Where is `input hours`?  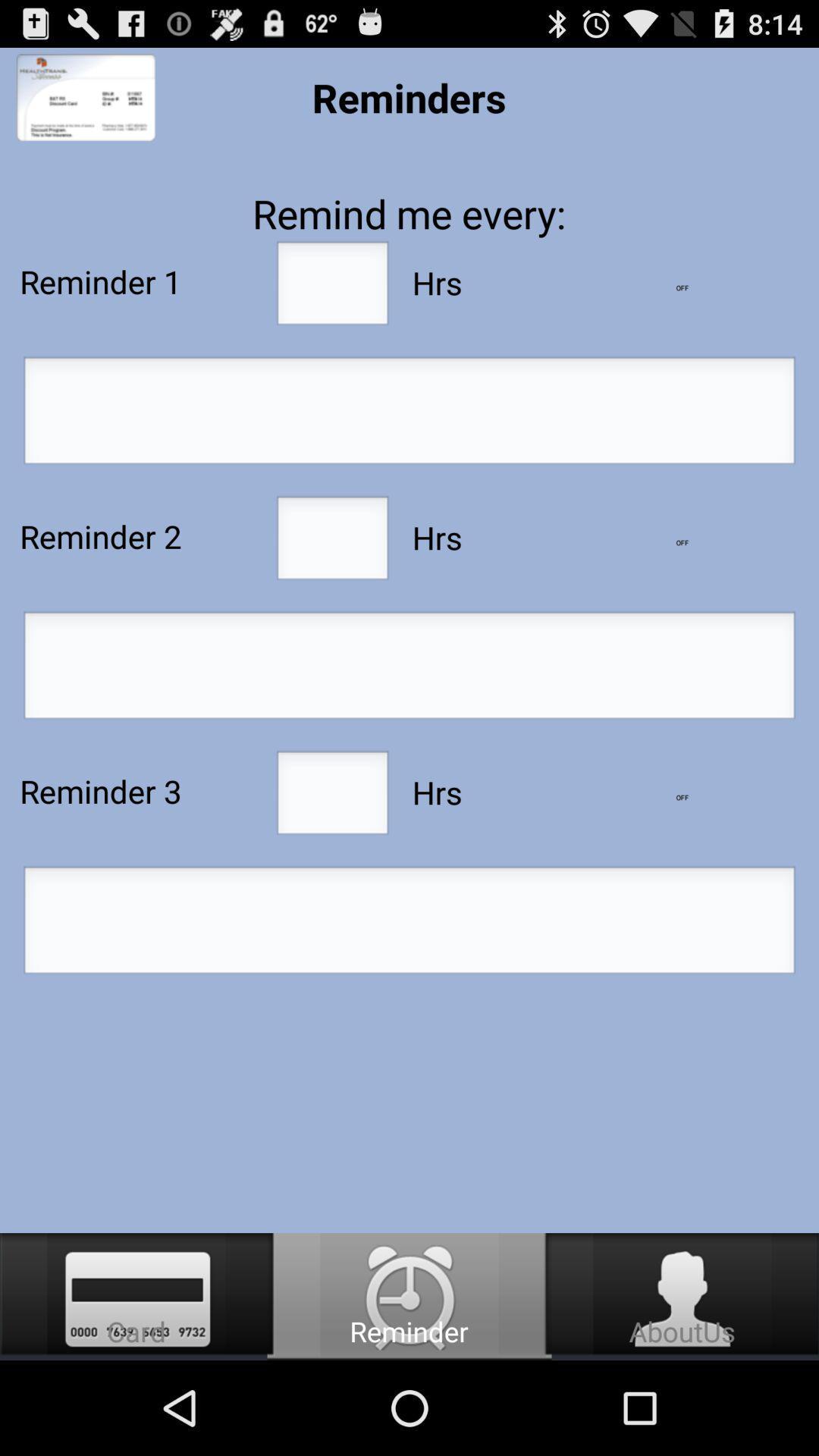
input hours is located at coordinates (331, 287).